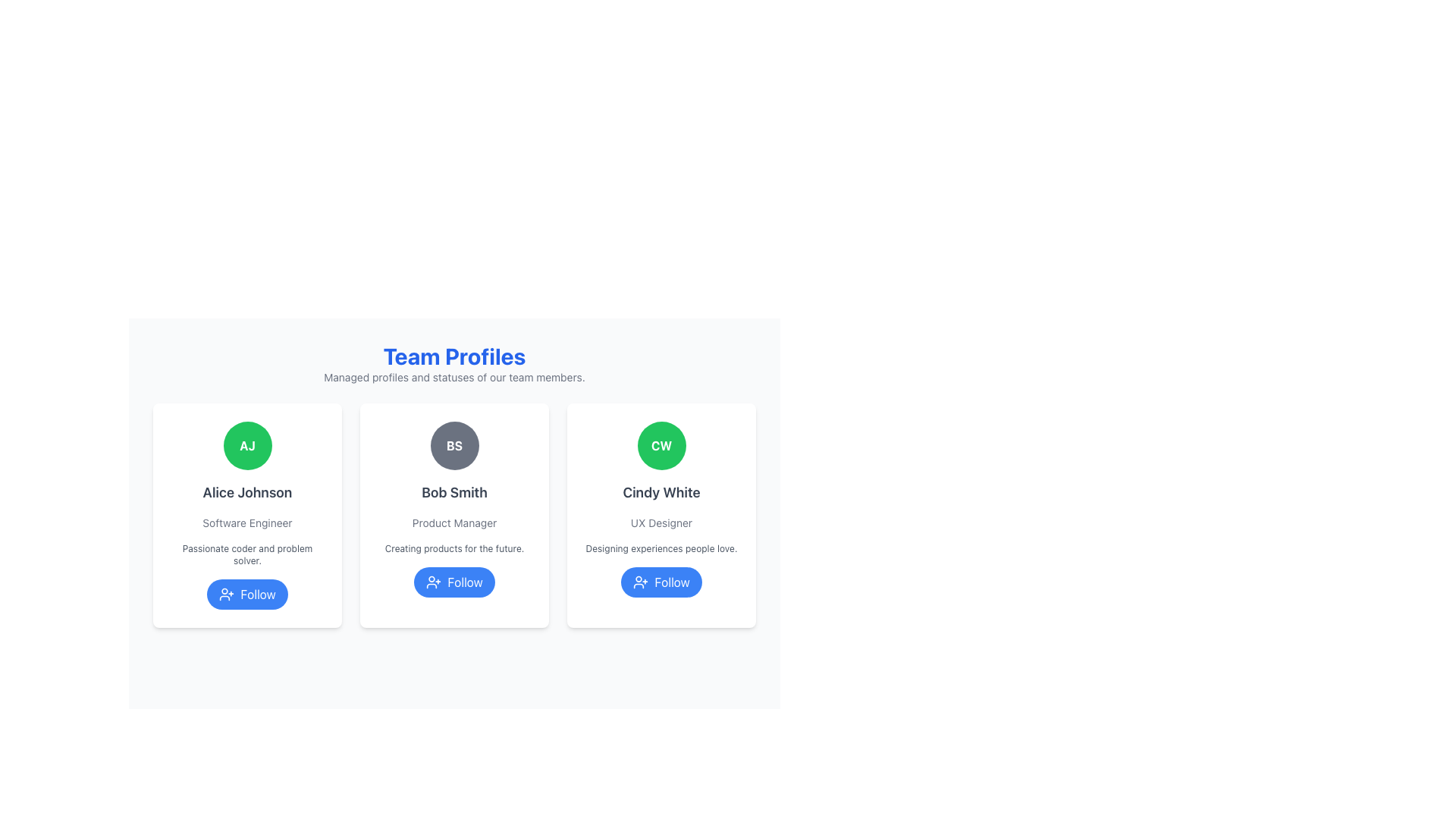 The width and height of the screenshot is (1456, 819). I want to click on the circular badge with 'CW' text in white on a bright green background, located at the top of the card for Cindy White, the rightmost card, so click(661, 444).